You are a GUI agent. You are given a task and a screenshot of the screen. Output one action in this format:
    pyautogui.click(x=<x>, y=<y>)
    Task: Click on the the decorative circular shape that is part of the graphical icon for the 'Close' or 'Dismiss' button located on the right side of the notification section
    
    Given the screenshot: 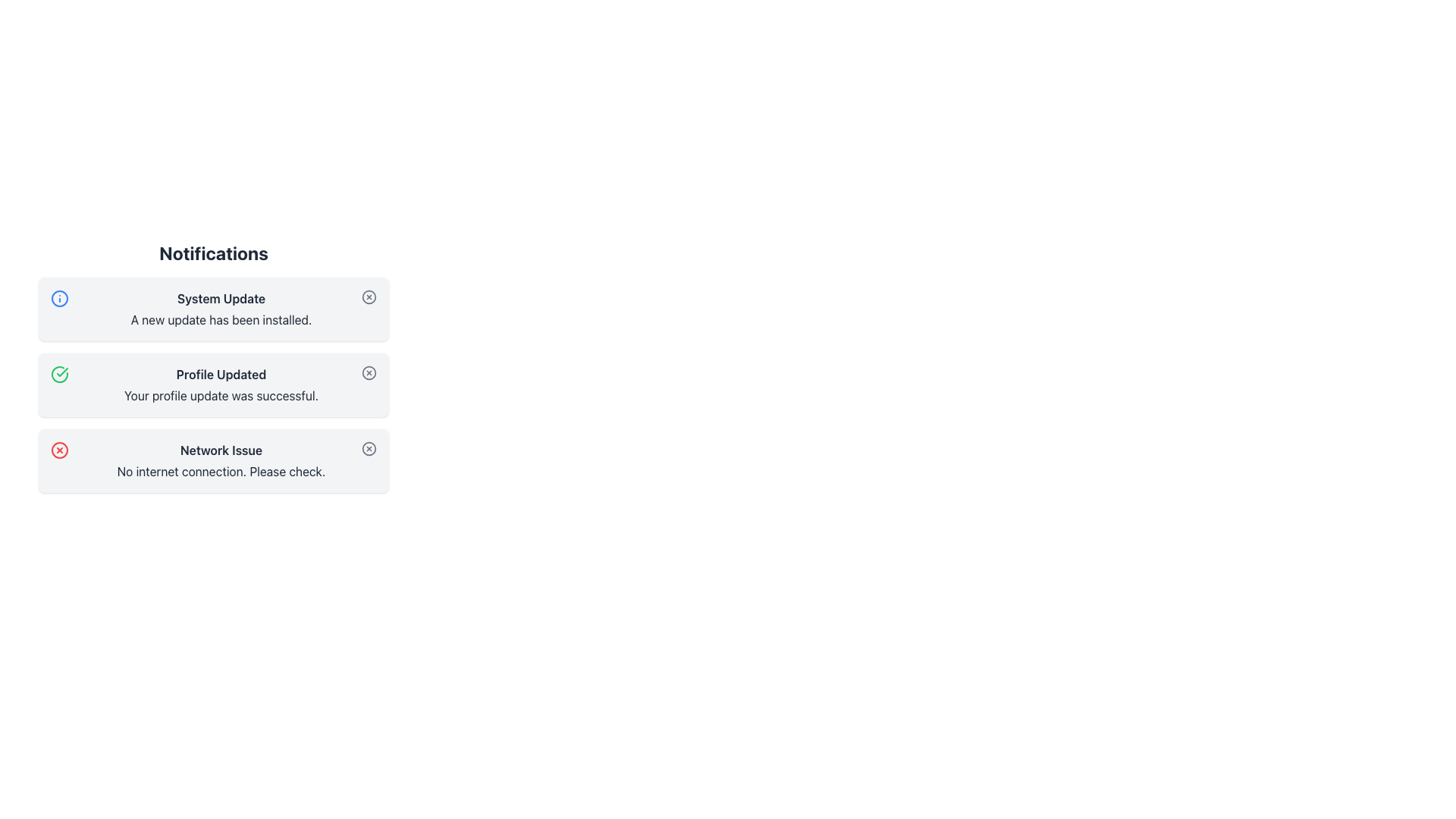 What is the action you would take?
    pyautogui.click(x=369, y=373)
    